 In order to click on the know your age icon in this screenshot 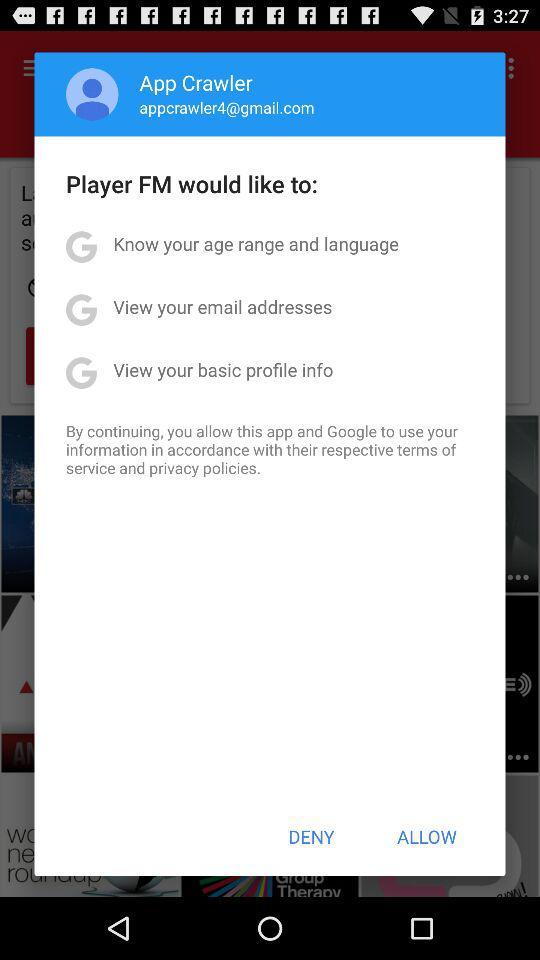, I will do `click(256, 242)`.